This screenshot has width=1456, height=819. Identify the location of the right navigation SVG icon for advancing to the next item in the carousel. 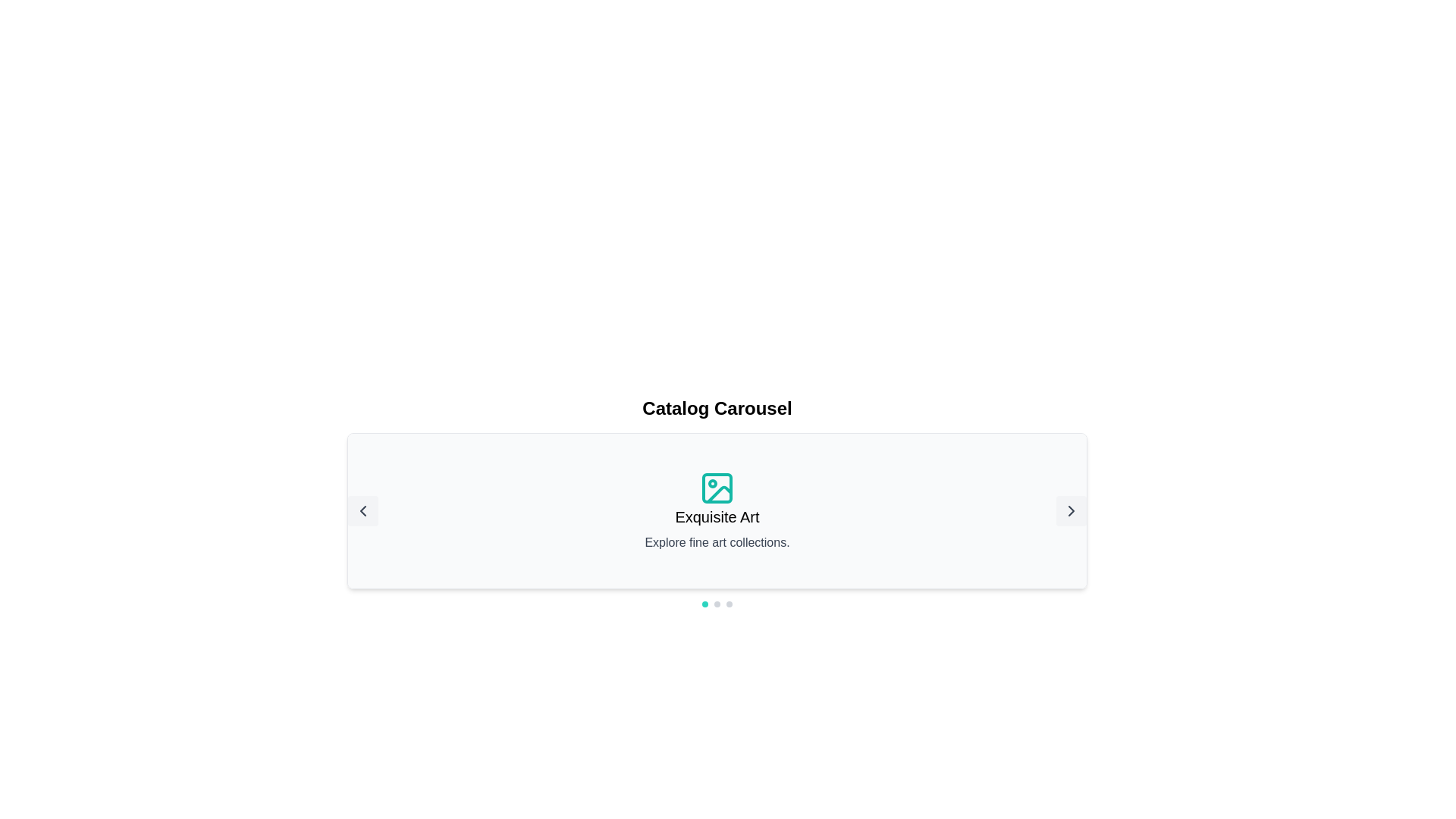
(1070, 511).